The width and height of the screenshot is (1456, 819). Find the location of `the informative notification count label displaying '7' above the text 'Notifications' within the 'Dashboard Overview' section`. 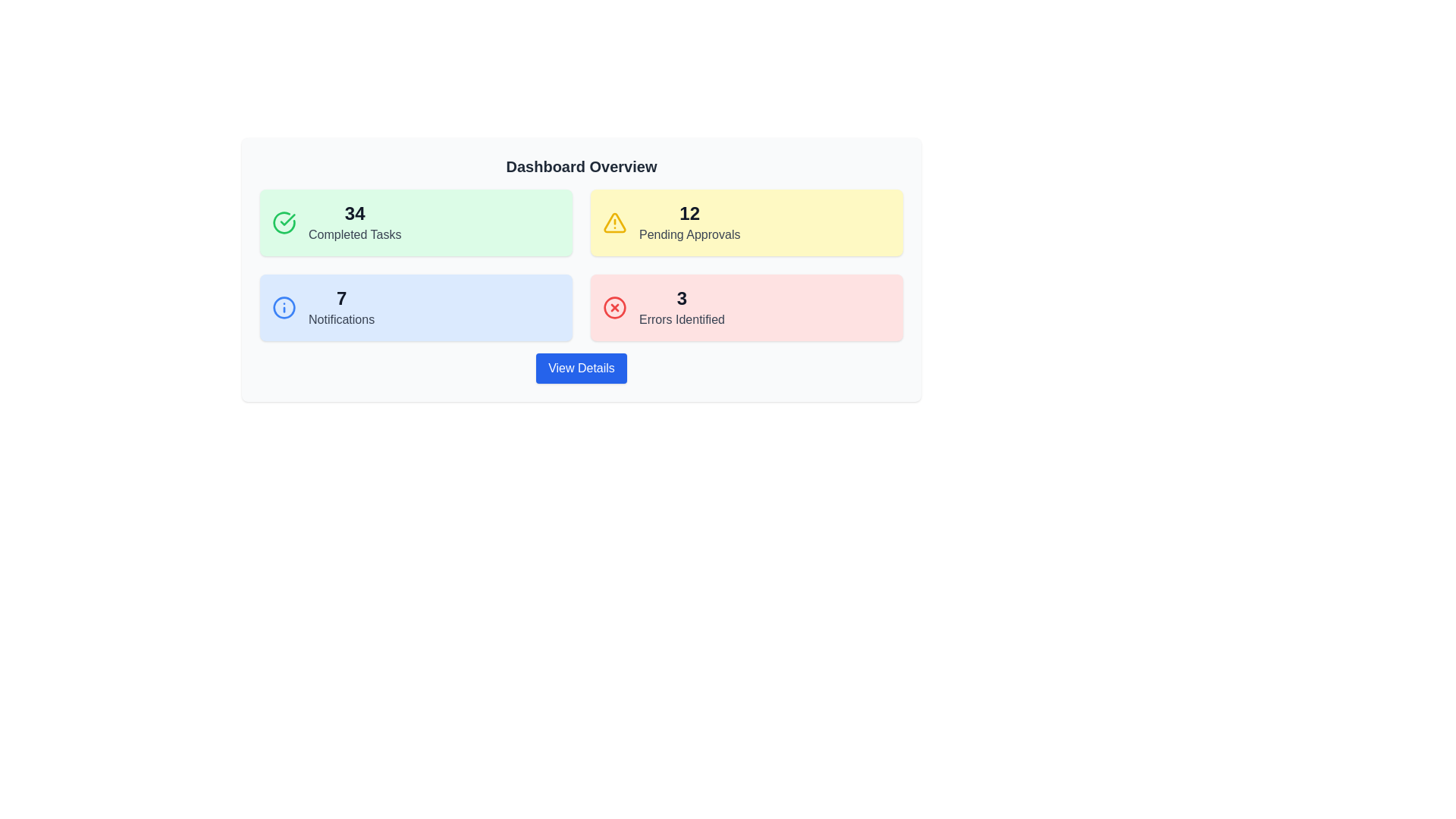

the informative notification count label displaying '7' above the text 'Notifications' within the 'Dashboard Overview' section is located at coordinates (340, 307).